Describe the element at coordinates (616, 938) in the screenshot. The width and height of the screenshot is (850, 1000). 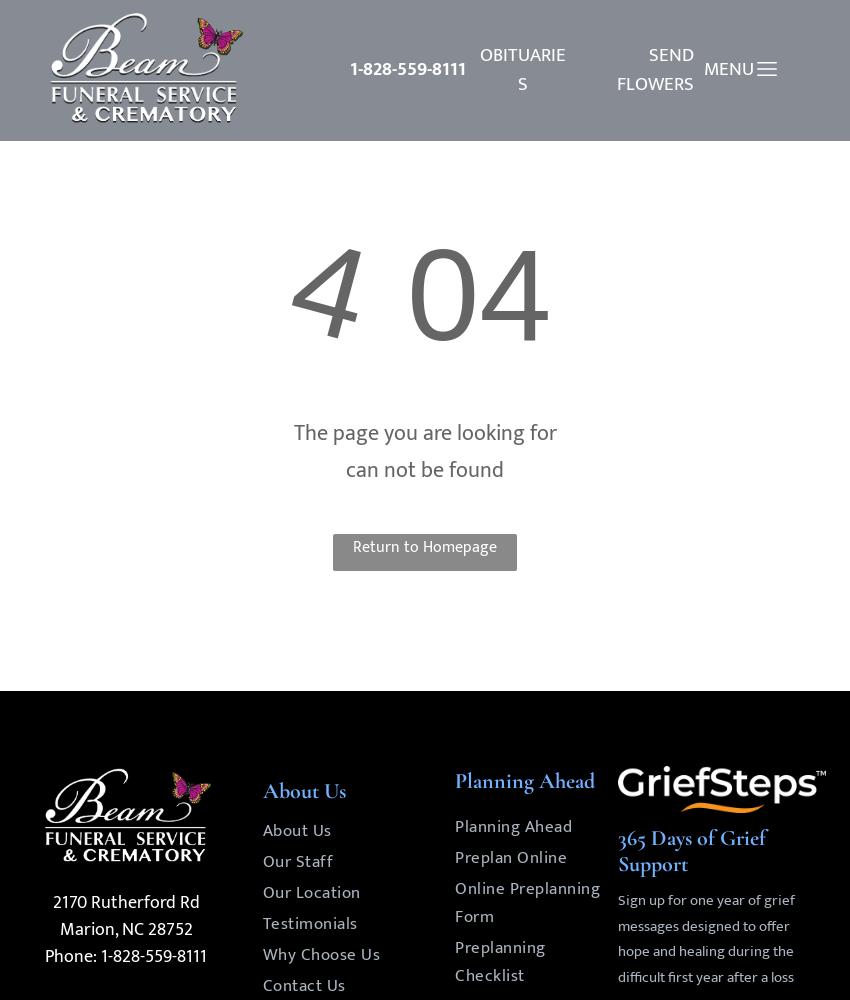
I see `'Sign up for one year of grief messages designed to offer hope and healing during the difficult first year after a loss'` at that location.